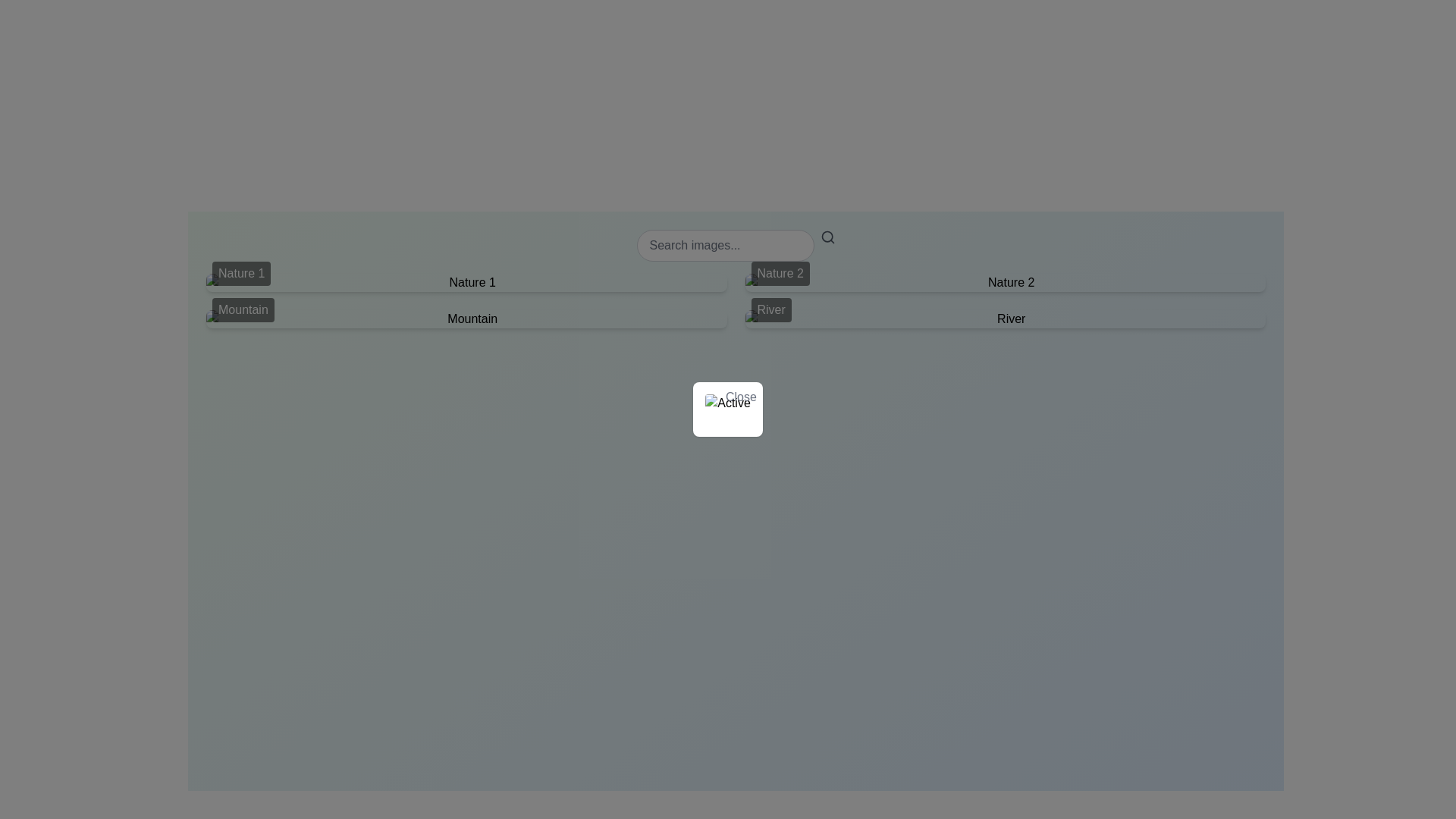 The width and height of the screenshot is (1456, 819). I want to click on the 'Nature 1' selectable content tile, which is the first item in the grid layout, styled with a white font on a semi-transparent black background, so click(466, 283).